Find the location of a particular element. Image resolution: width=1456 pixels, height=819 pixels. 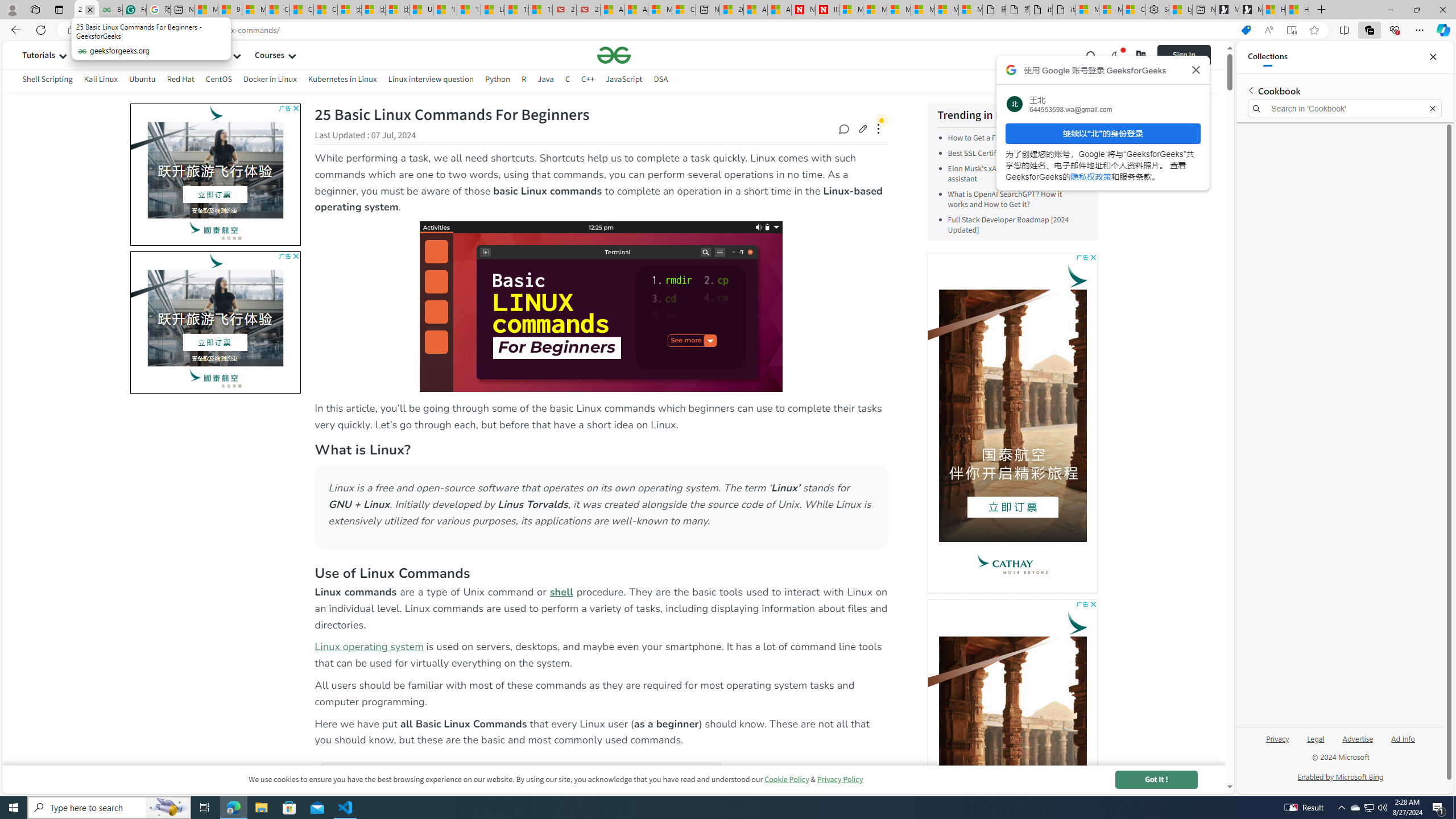

'Courses' is located at coordinates (268, 55).